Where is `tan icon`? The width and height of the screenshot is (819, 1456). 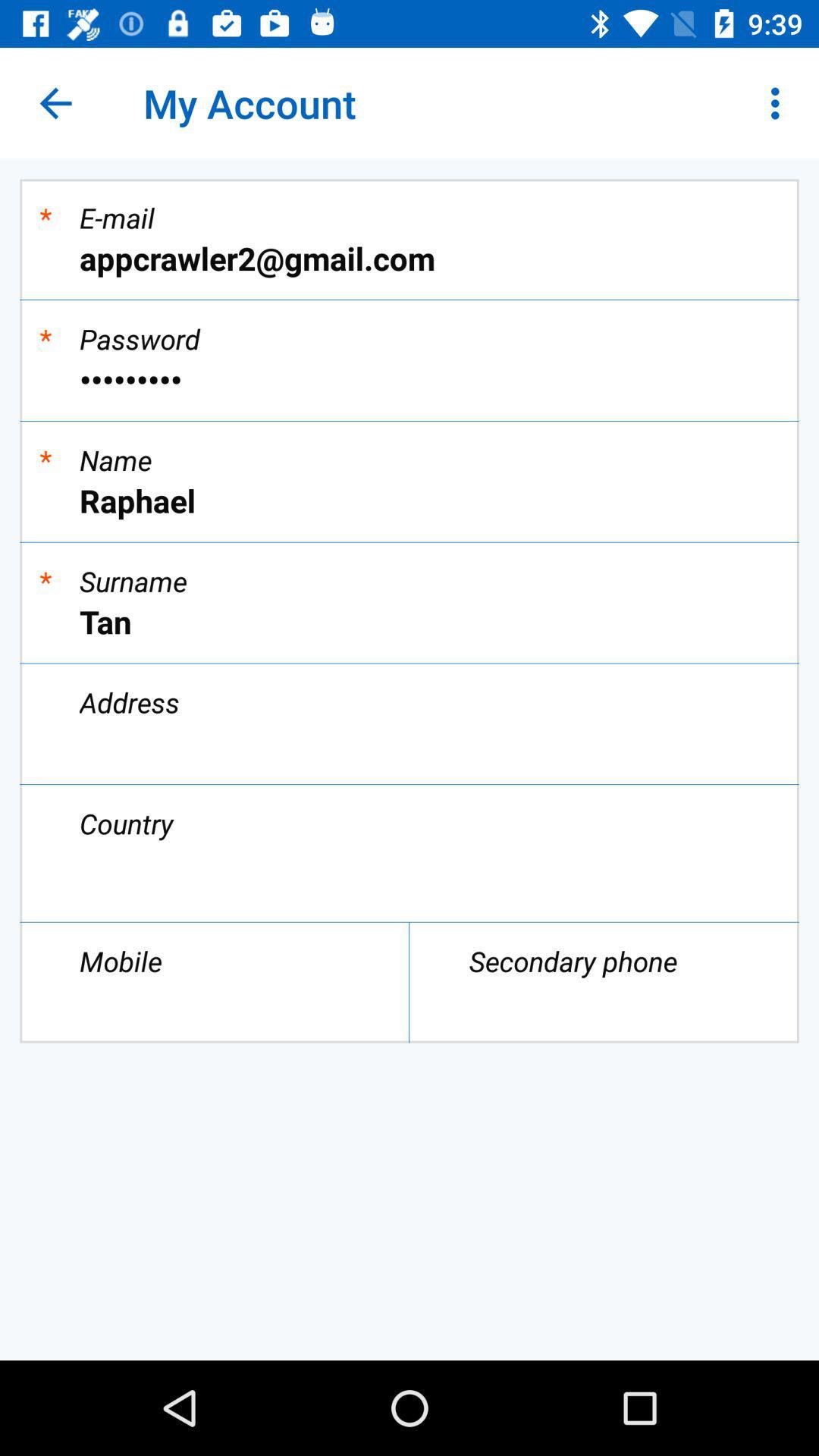
tan icon is located at coordinates (409, 621).